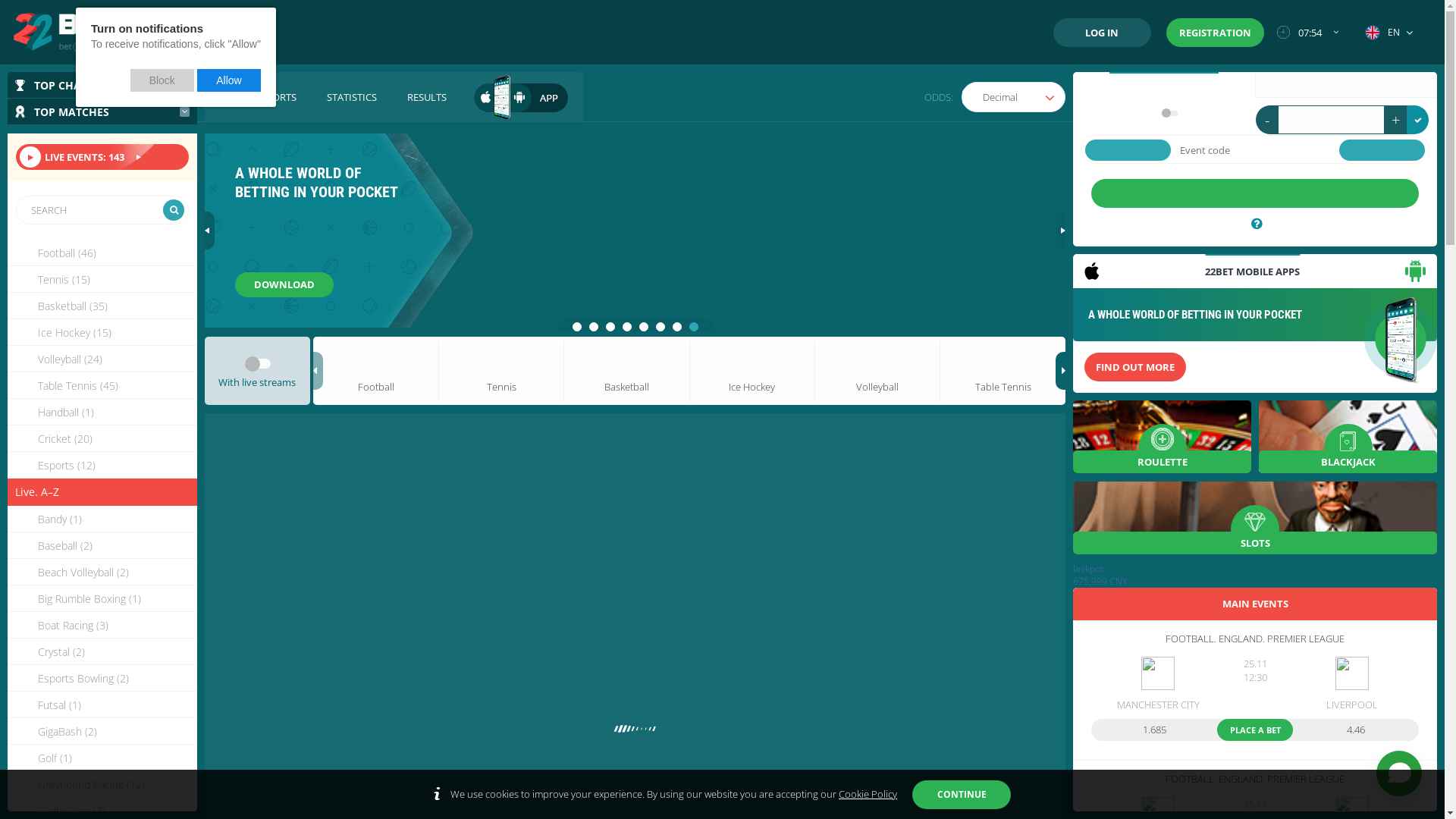  Describe the element at coordinates (7, 252) in the screenshot. I see `'Football` at that location.